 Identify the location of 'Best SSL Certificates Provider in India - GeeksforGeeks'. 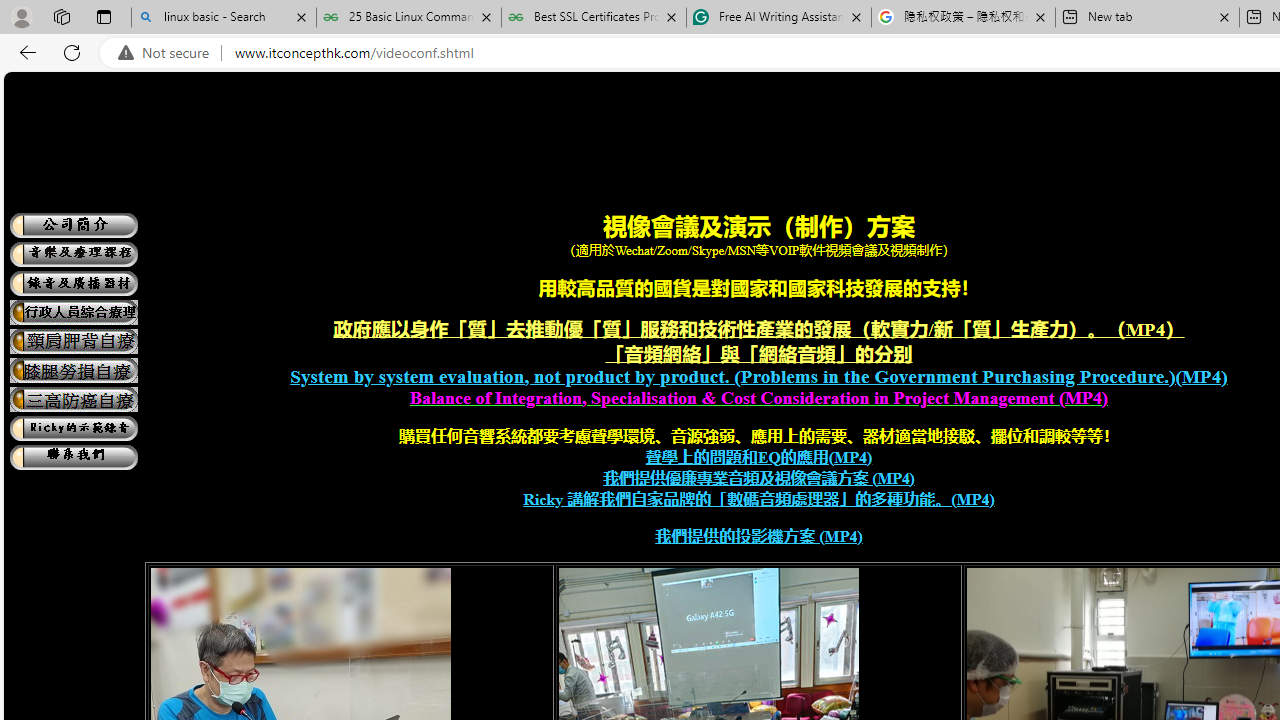
(592, 17).